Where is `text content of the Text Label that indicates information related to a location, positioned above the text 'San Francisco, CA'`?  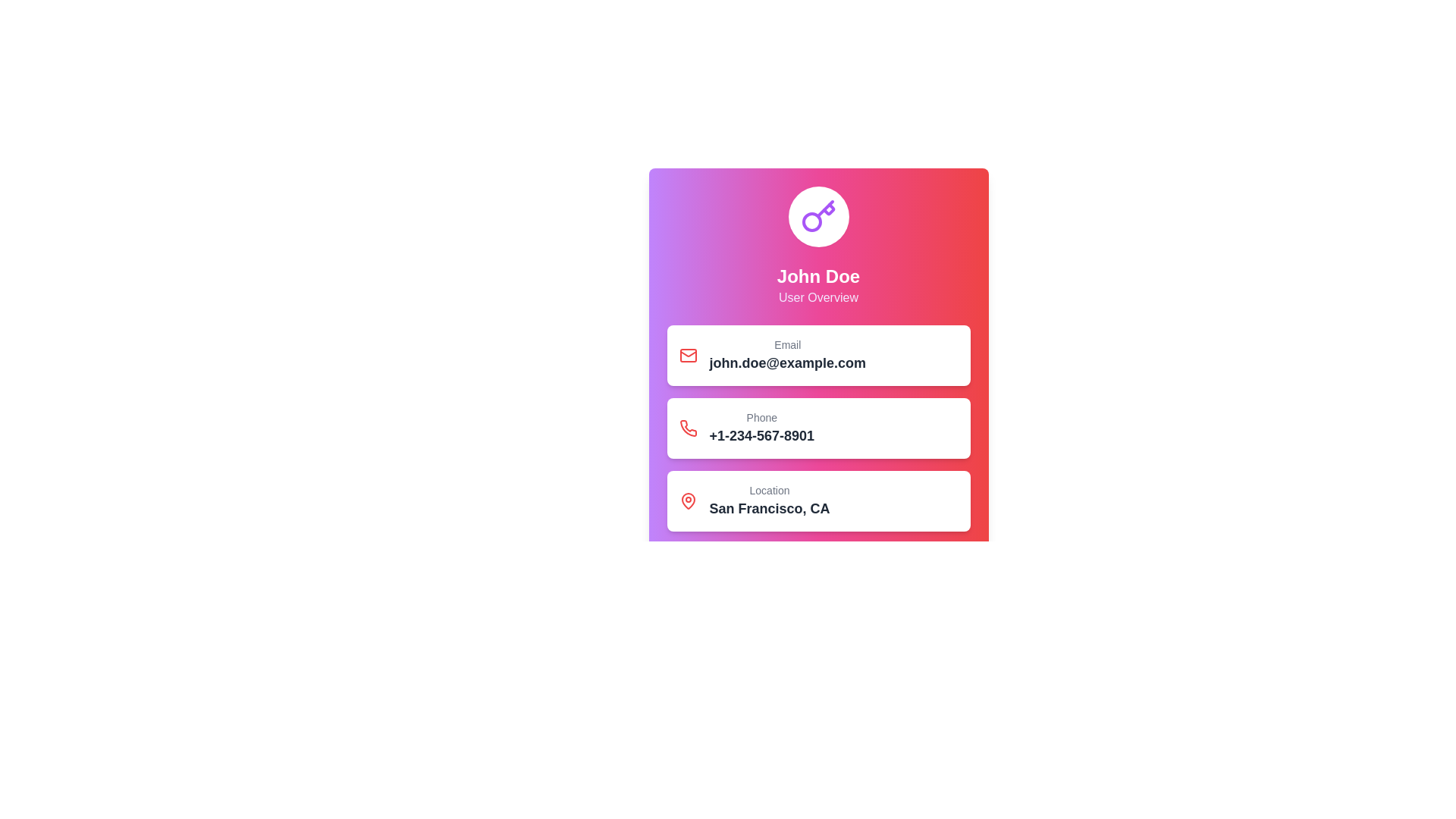
text content of the Text Label that indicates information related to a location, positioned above the text 'San Francisco, CA' is located at coordinates (770, 491).